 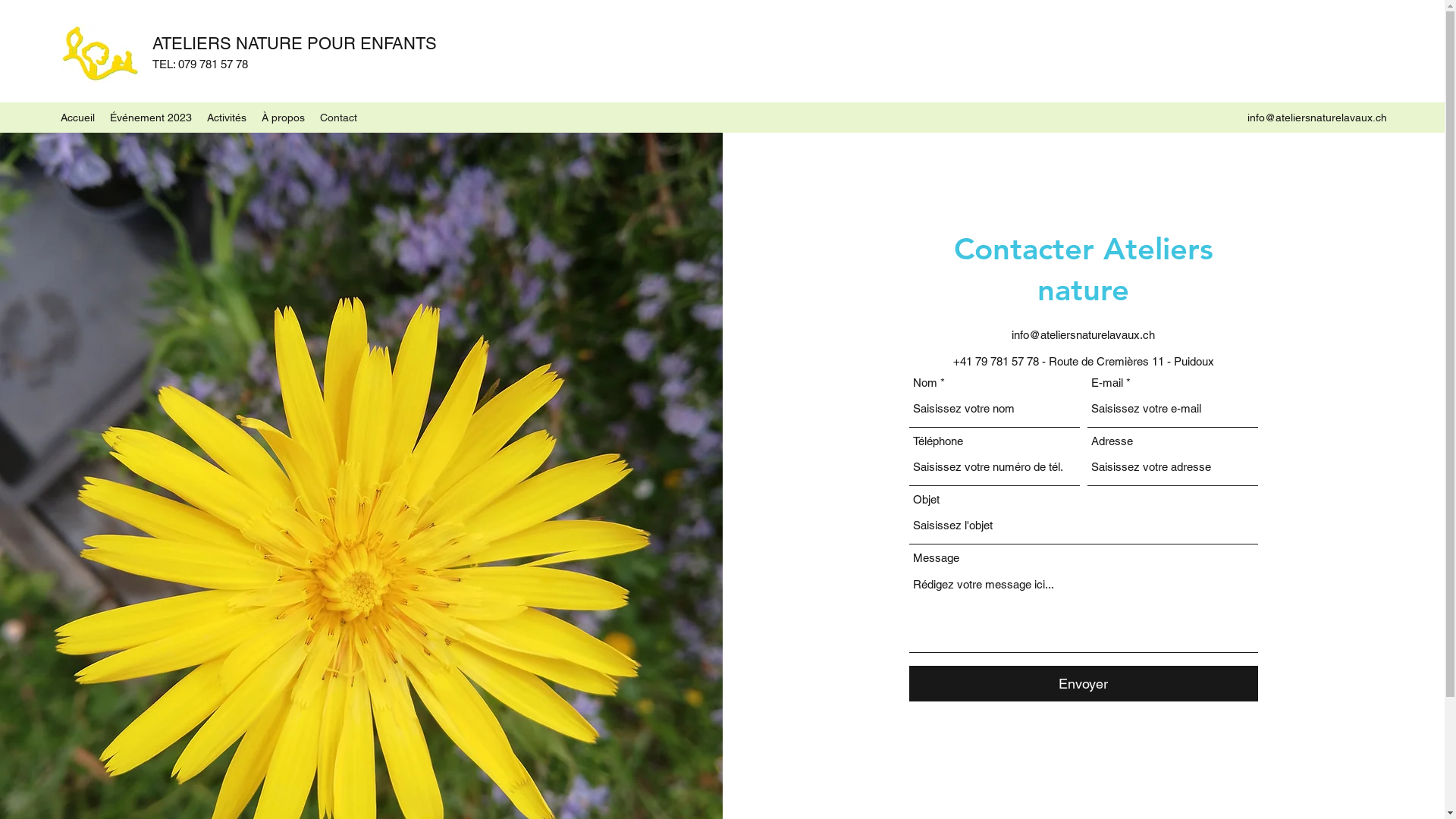 I want to click on 'Contact', so click(x=337, y=116).